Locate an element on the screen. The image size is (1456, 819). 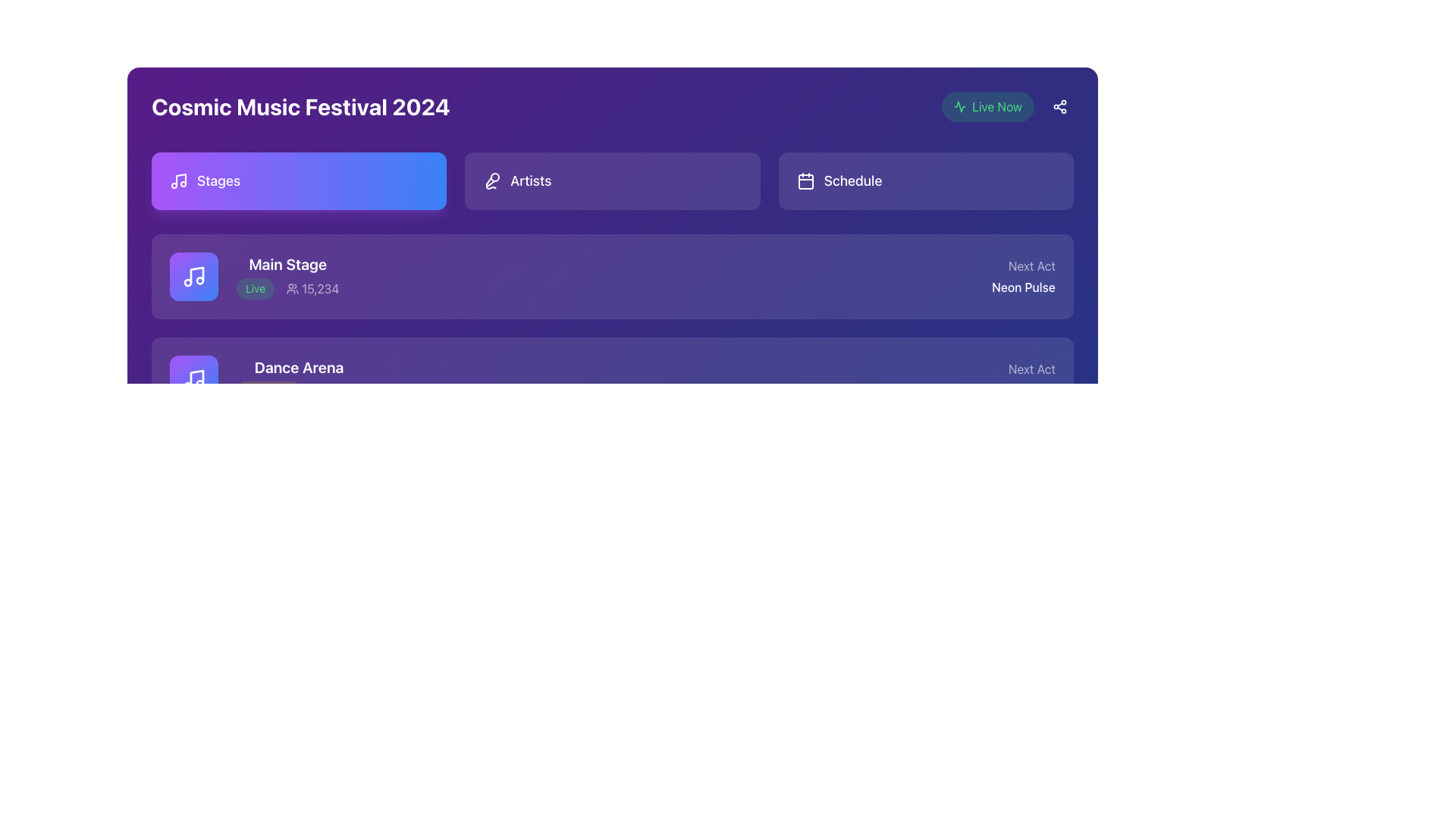
the textual display element that provides information about the upcoming act in the 'Main Stage' section, located at the top right of the section, consisting of two lines of text is located at coordinates (1024, 277).